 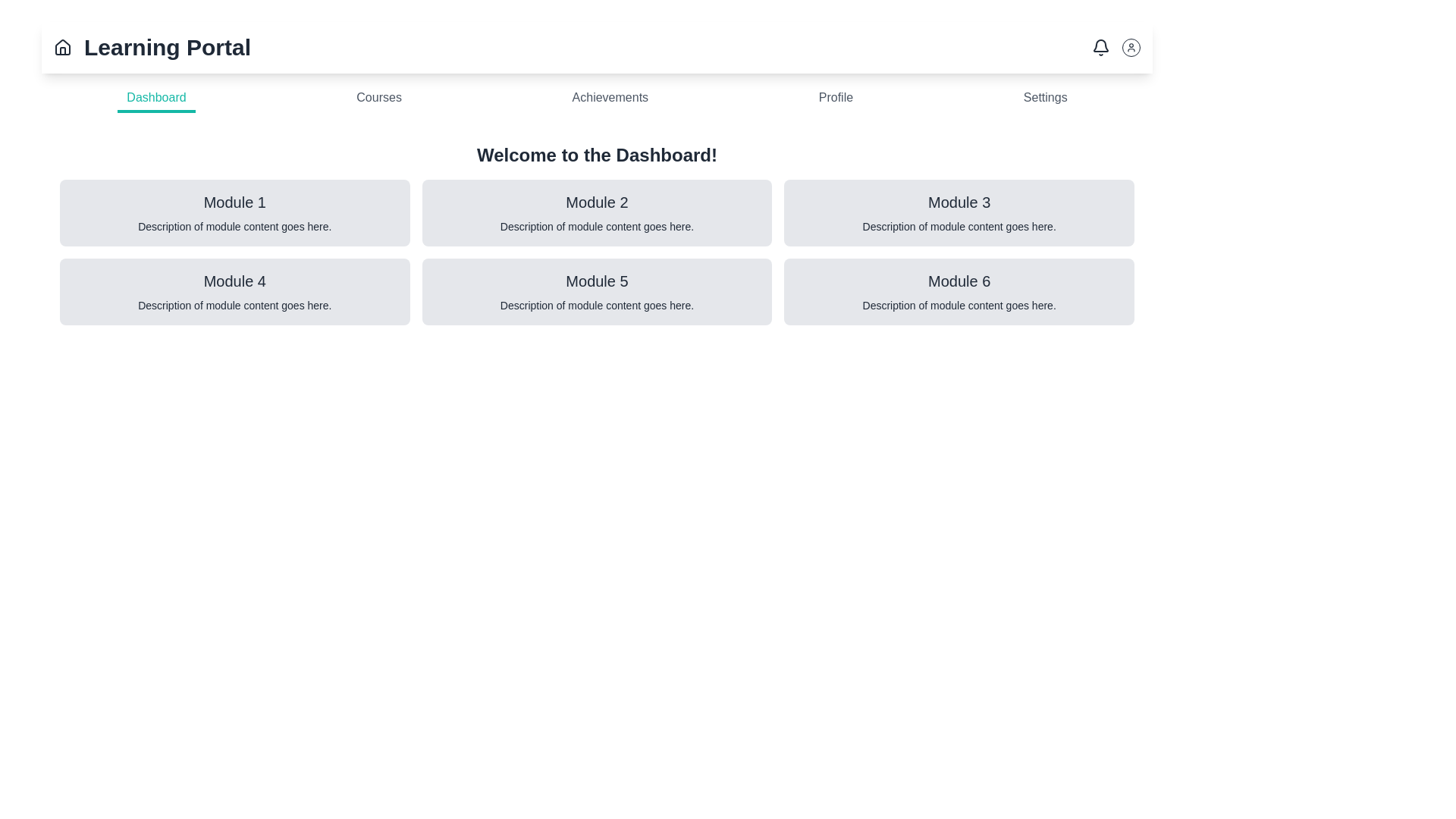 What do you see at coordinates (959, 227) in the screenshot?
I see `text content "Description of module content goes here." from the text element located under the header "Module 3" in the top-right card of the grid layout` at bounding box center [959, 227].